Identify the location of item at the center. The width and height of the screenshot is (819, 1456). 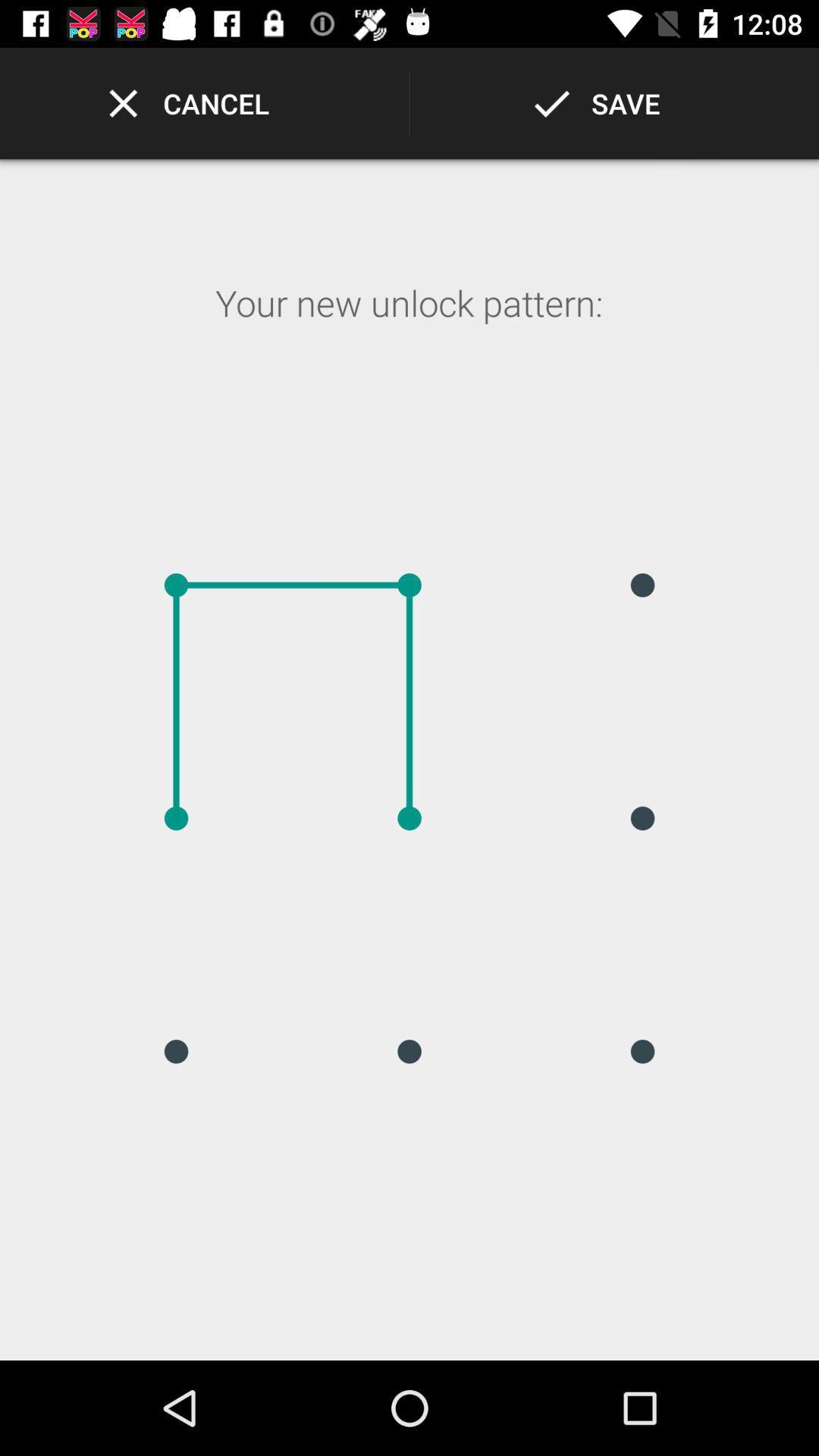
(409, 817).